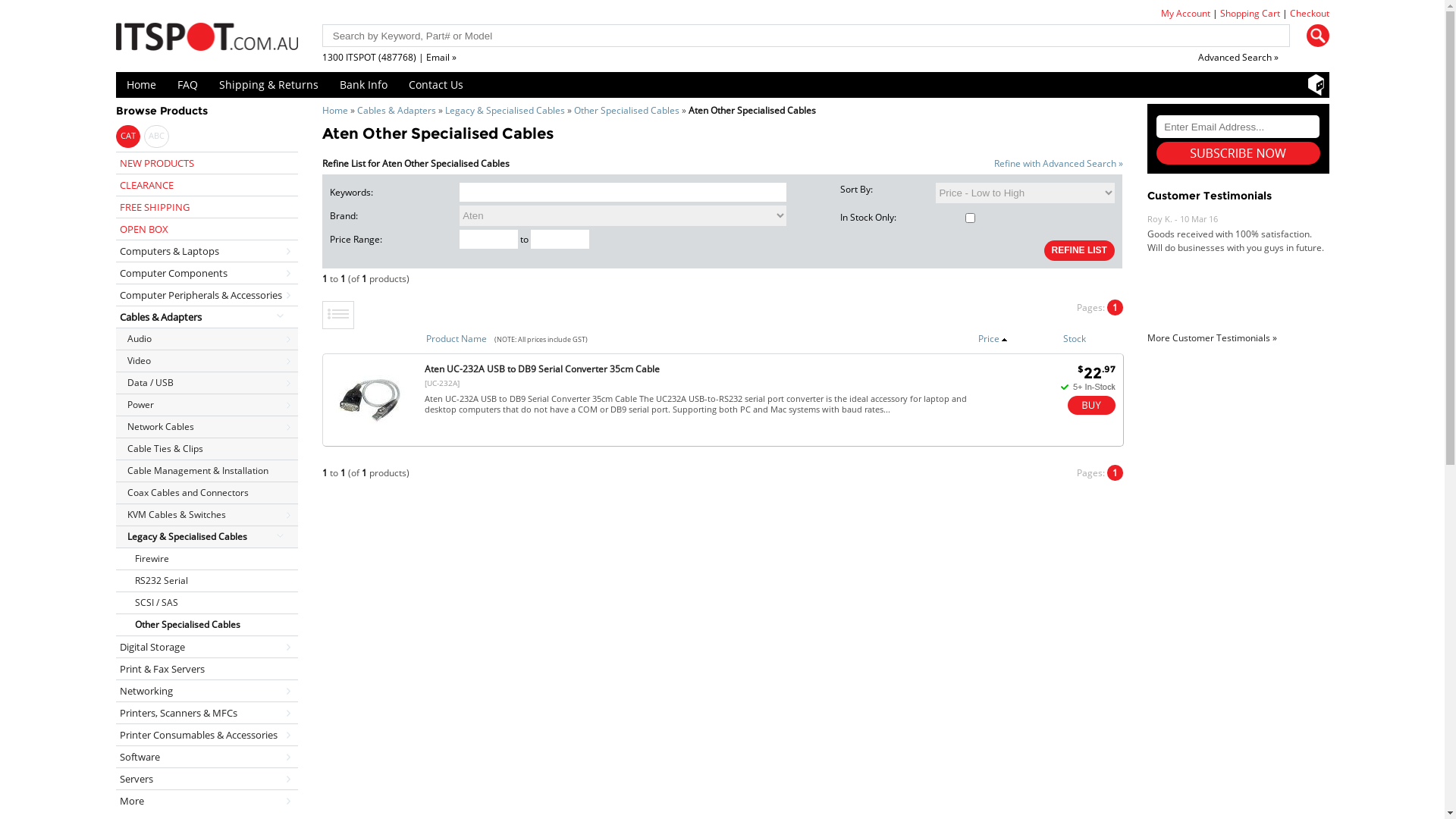 This screenshot has height=819, width=1456. What do you see at coordinates (206, 337) in the screenshot?
I see `'Audio'` at bounding box center [206, 337].